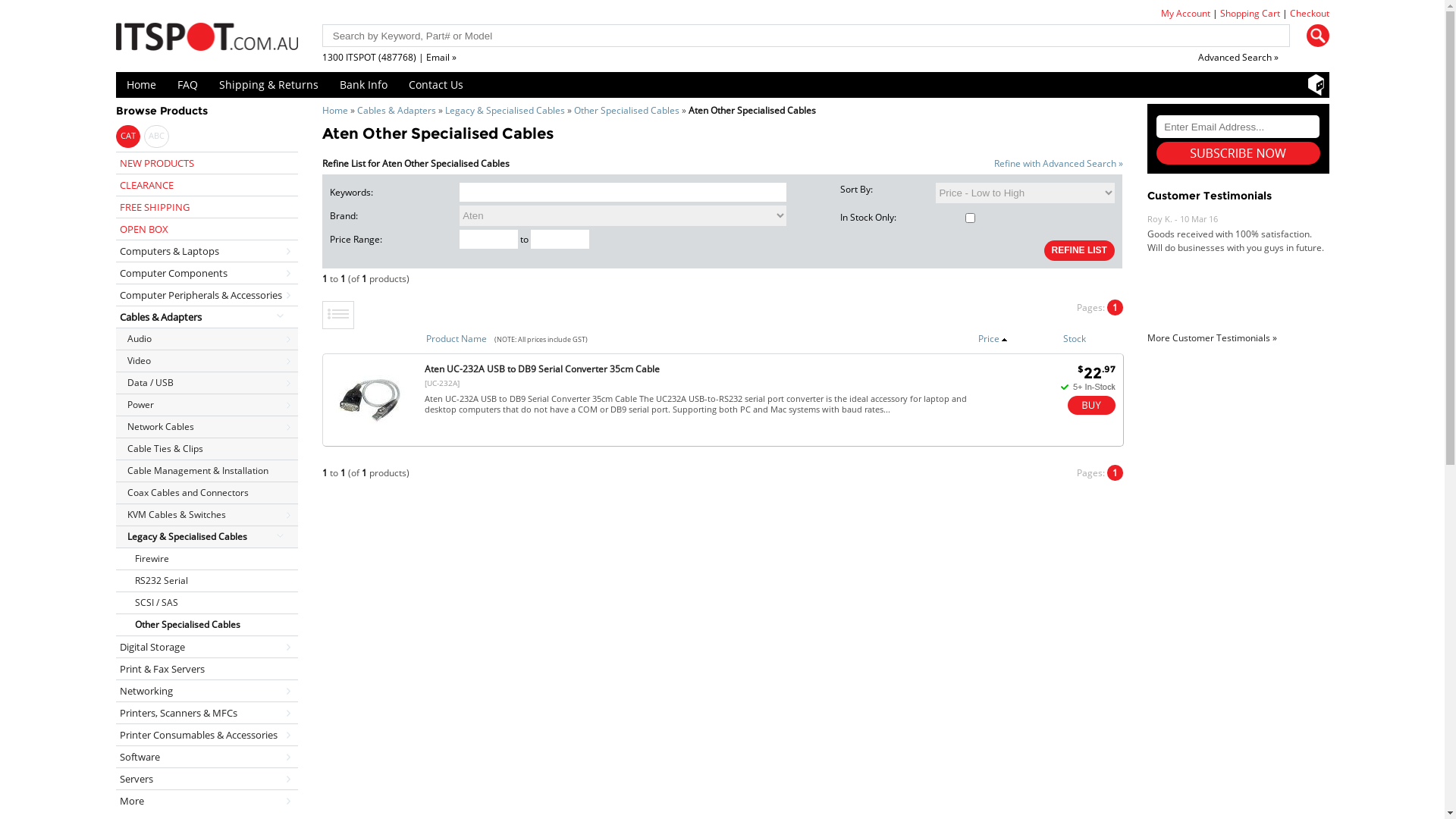 This screenshot has height=819, width=1456. What do you see at coordinates (206, 337) in the screenshot?
I see `'Audio'` at bounding box center [206, 337].